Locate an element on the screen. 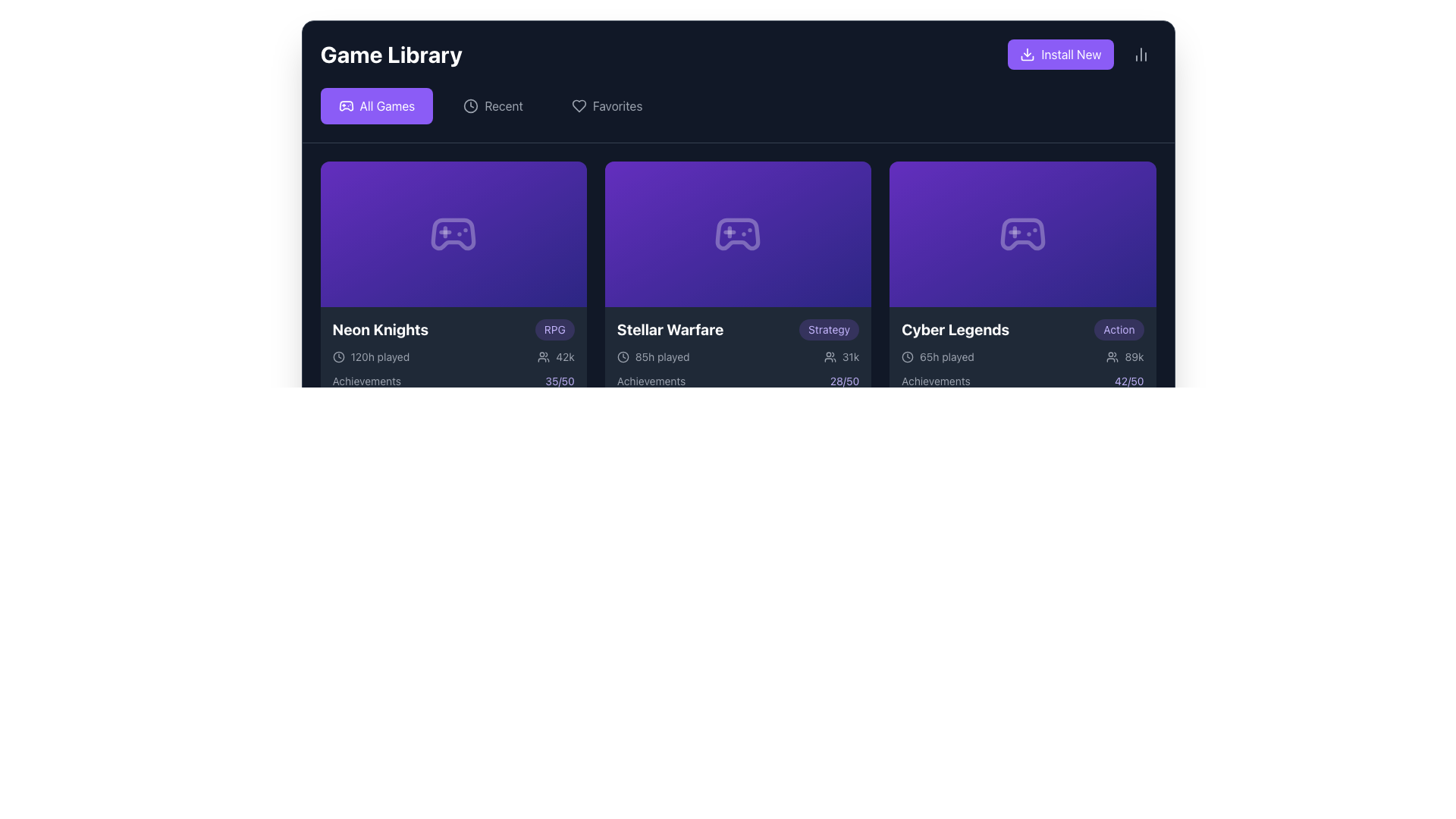  the violet rectangular button labeled 'Install New' with a download icon, located in the top-right section of the interface is located at coordinates (1081, 54).